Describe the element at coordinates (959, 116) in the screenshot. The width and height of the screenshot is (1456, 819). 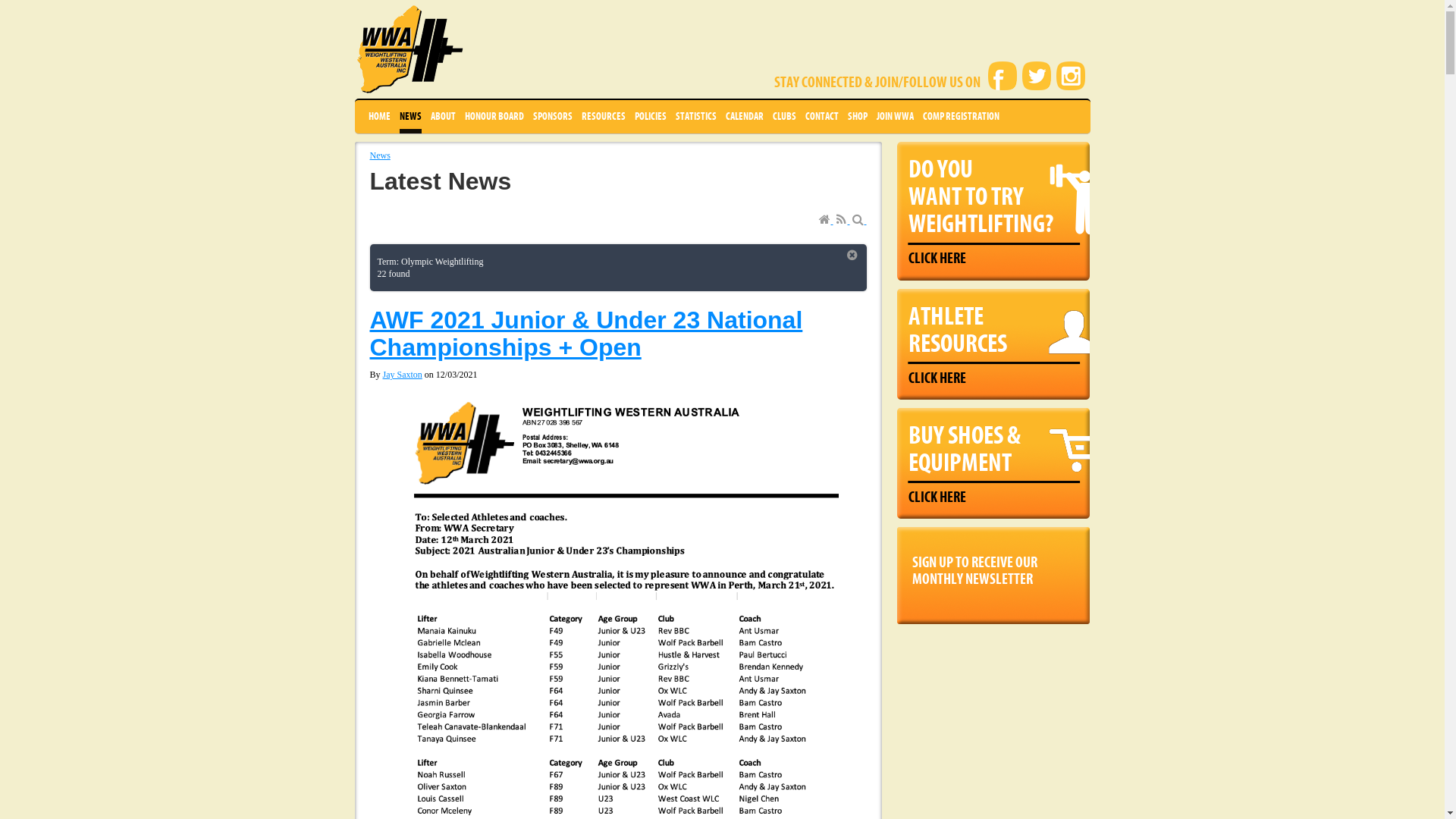
I see `'COMP REGISTRATION'` at that location.